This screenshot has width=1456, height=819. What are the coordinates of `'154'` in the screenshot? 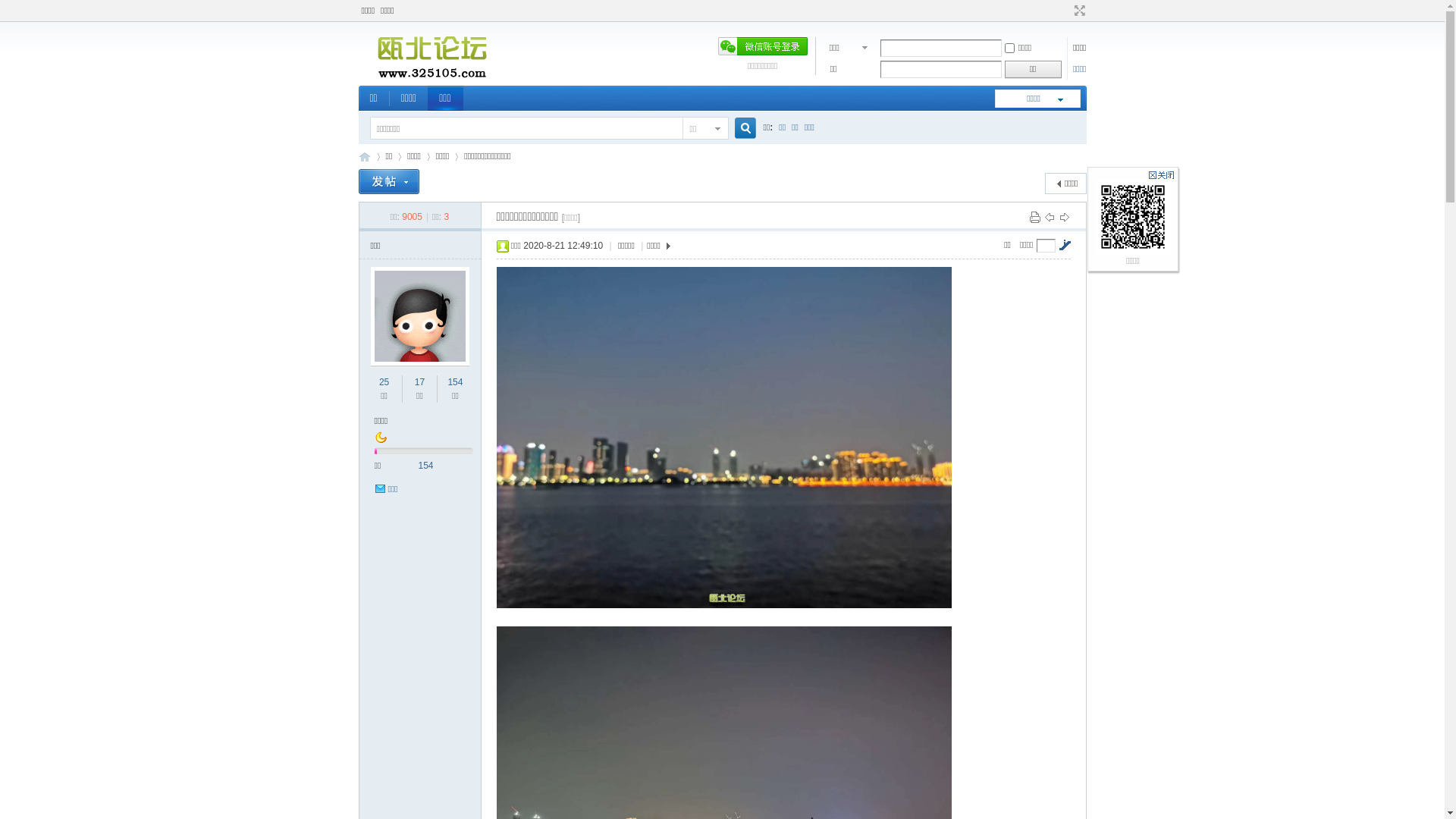 It's located at (454, 381).